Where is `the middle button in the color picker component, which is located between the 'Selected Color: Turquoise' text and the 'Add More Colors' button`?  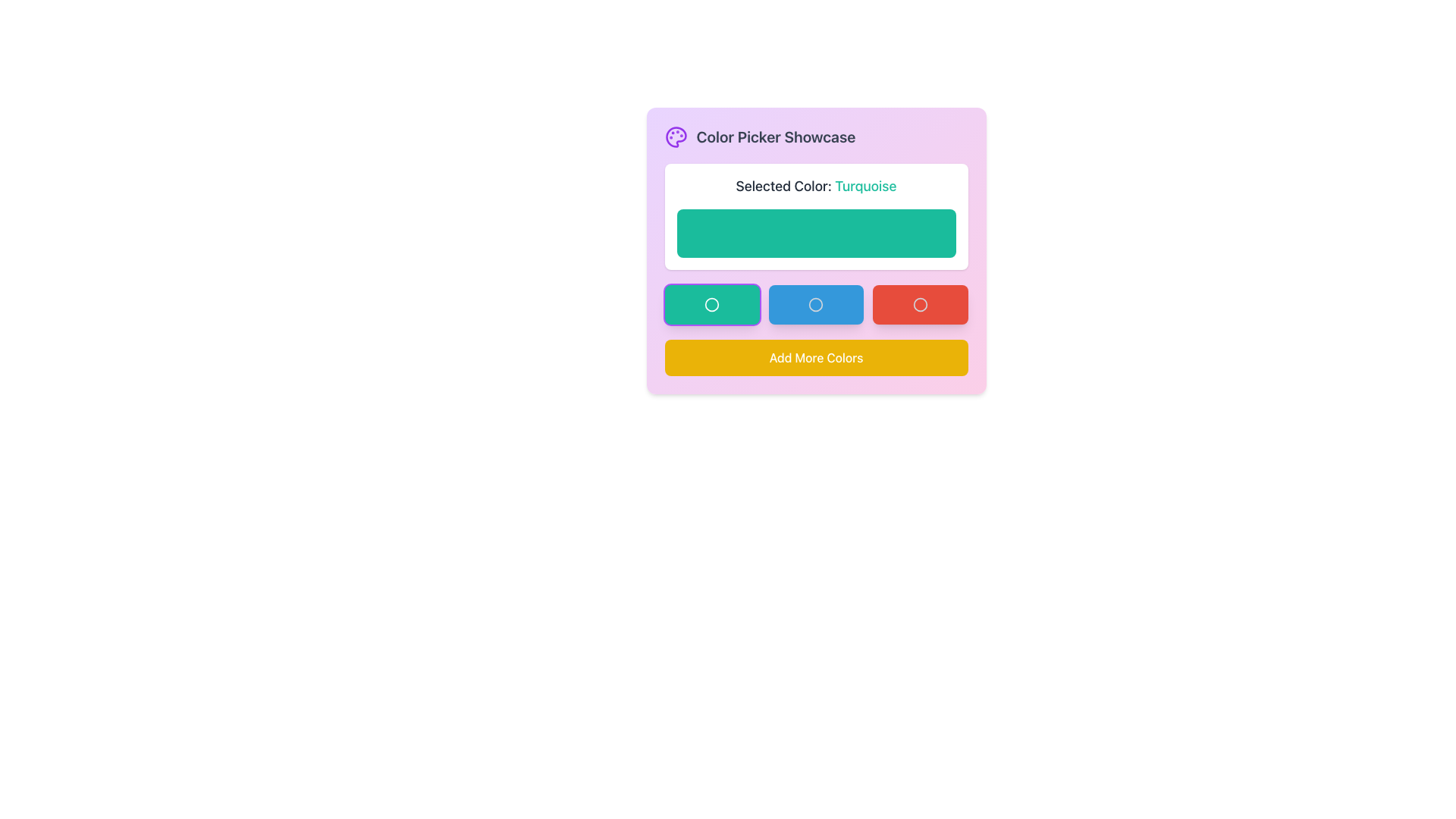
the middle button in the color picker component, which is located between the 'Selected Color: Turquoise' text and the 'Add More Colors' button is located at coordinates (815, 304).